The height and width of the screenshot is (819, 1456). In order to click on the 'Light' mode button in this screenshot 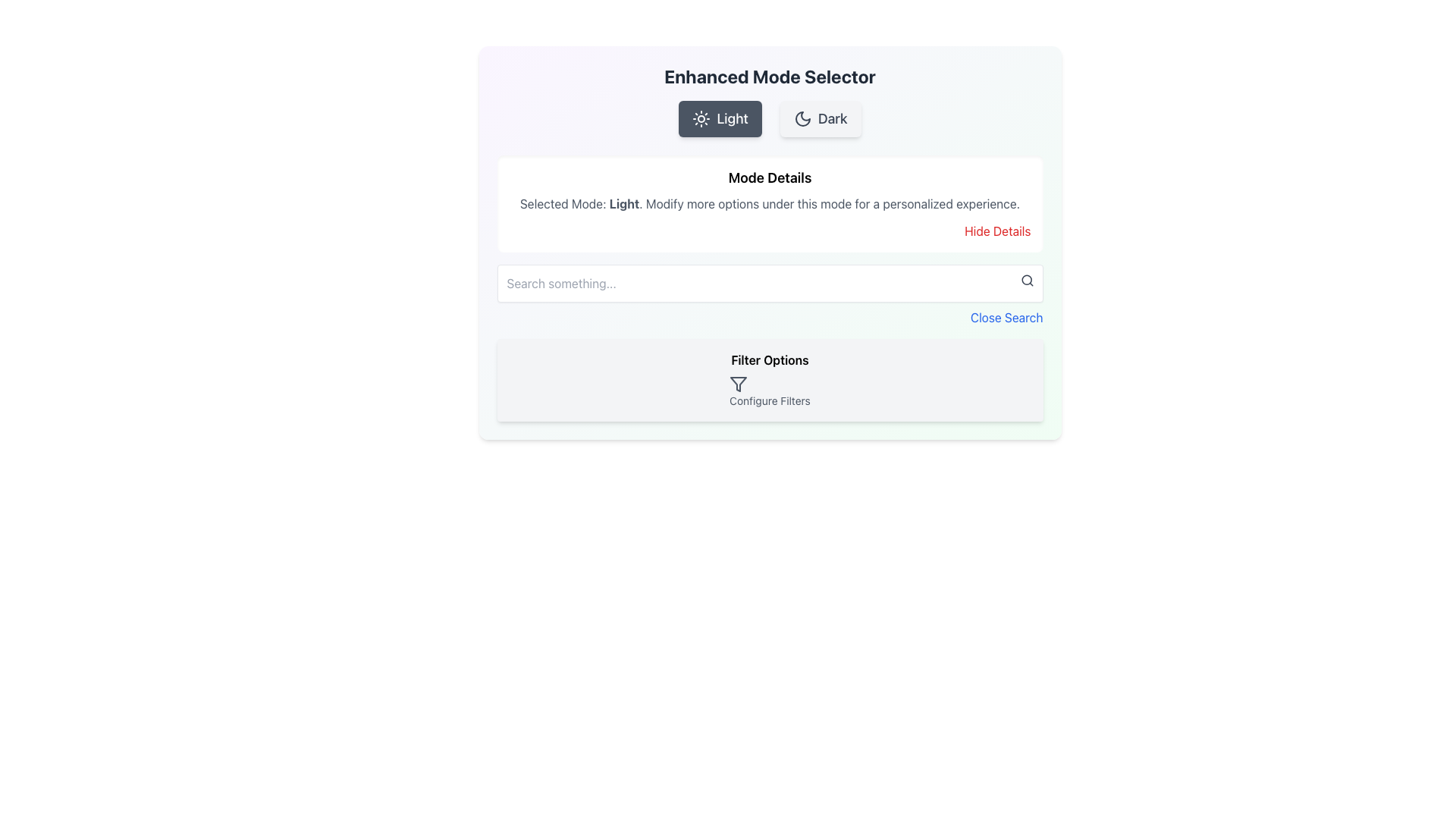, I will do `click(720, 118)`.